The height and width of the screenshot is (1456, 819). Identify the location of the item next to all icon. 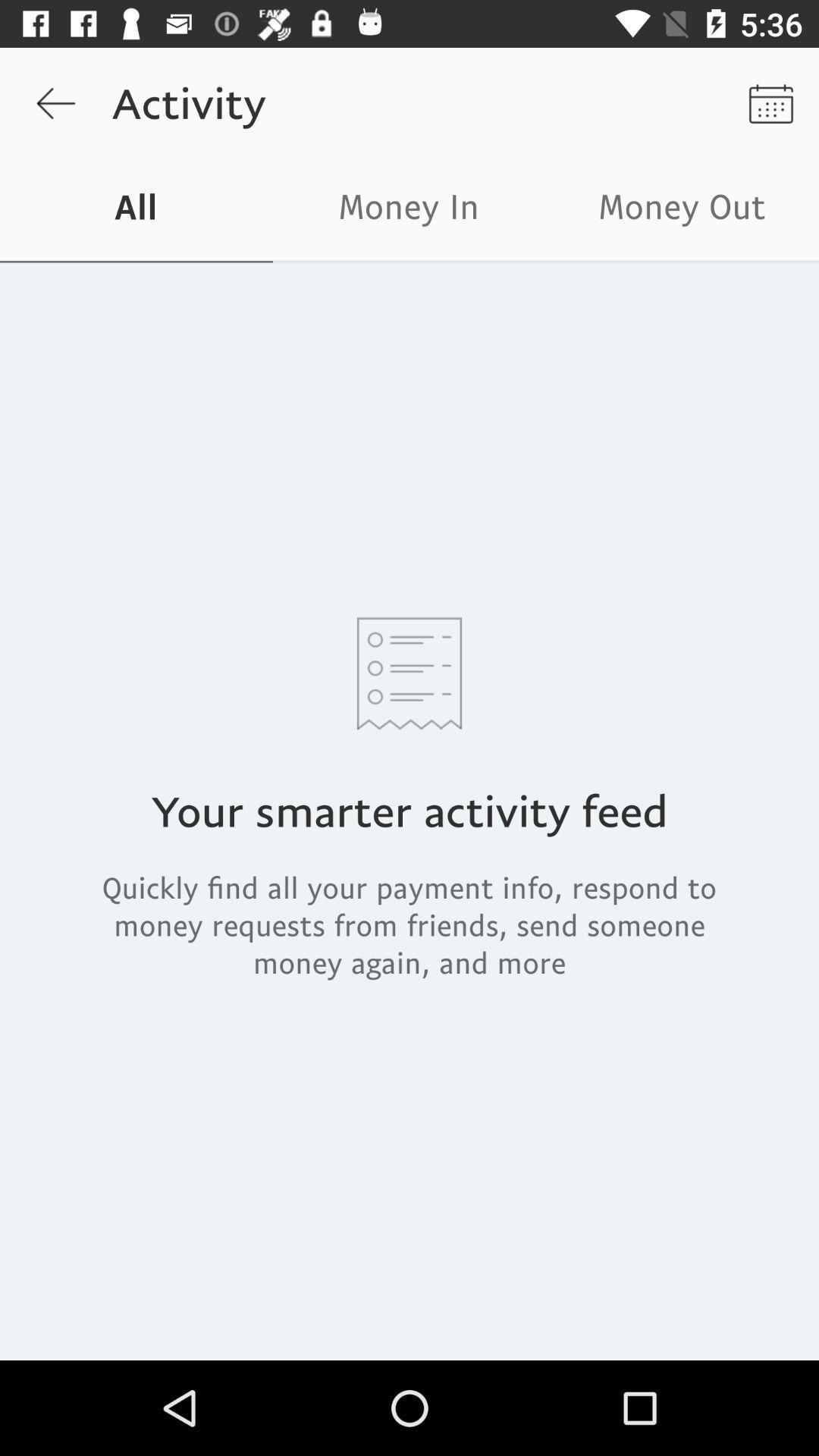
(409, 210).